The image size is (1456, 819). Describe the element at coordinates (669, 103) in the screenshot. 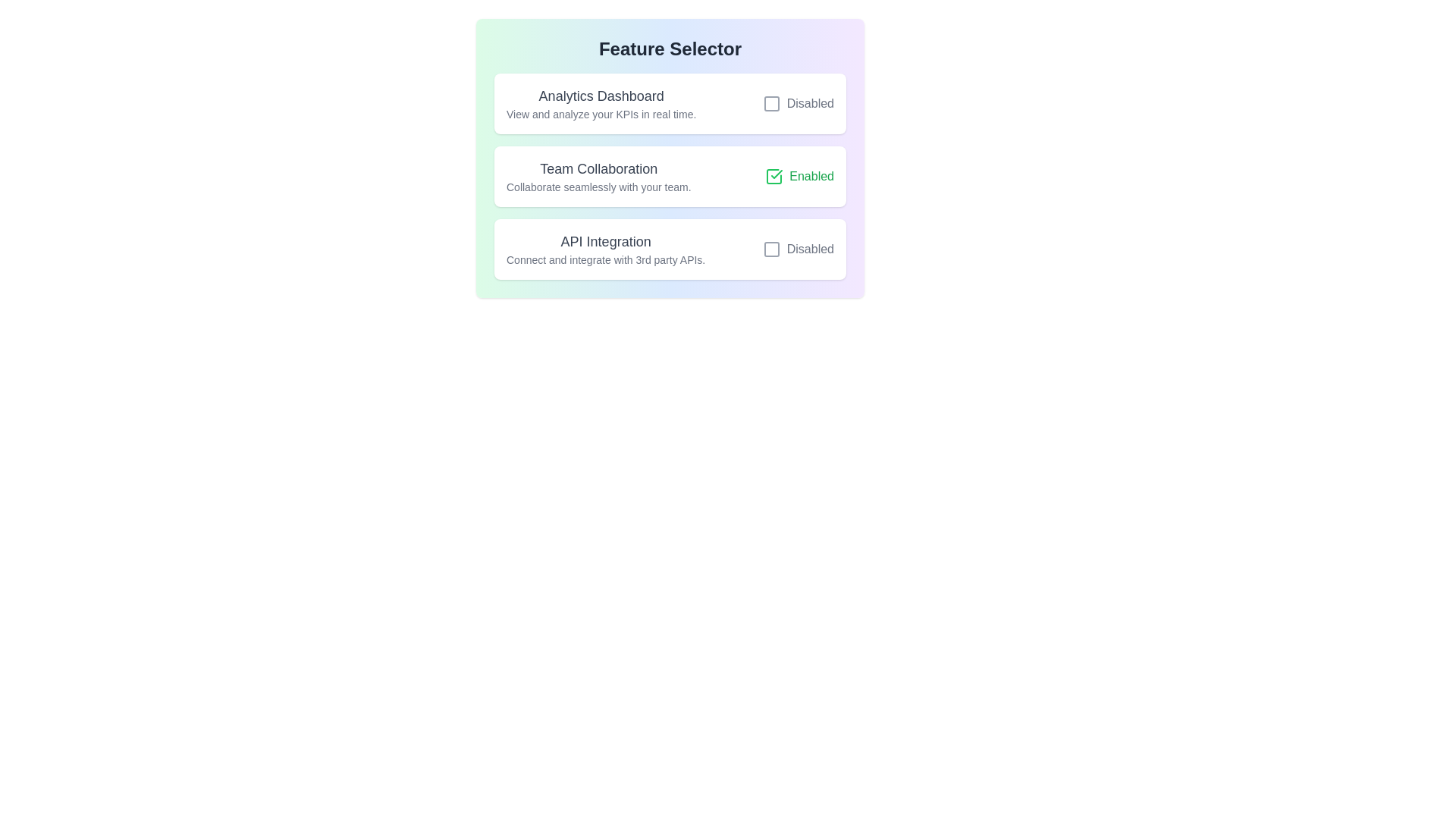

I see `the list item corresponding to Analytics Dashboard to observe its hover effect` at that location.